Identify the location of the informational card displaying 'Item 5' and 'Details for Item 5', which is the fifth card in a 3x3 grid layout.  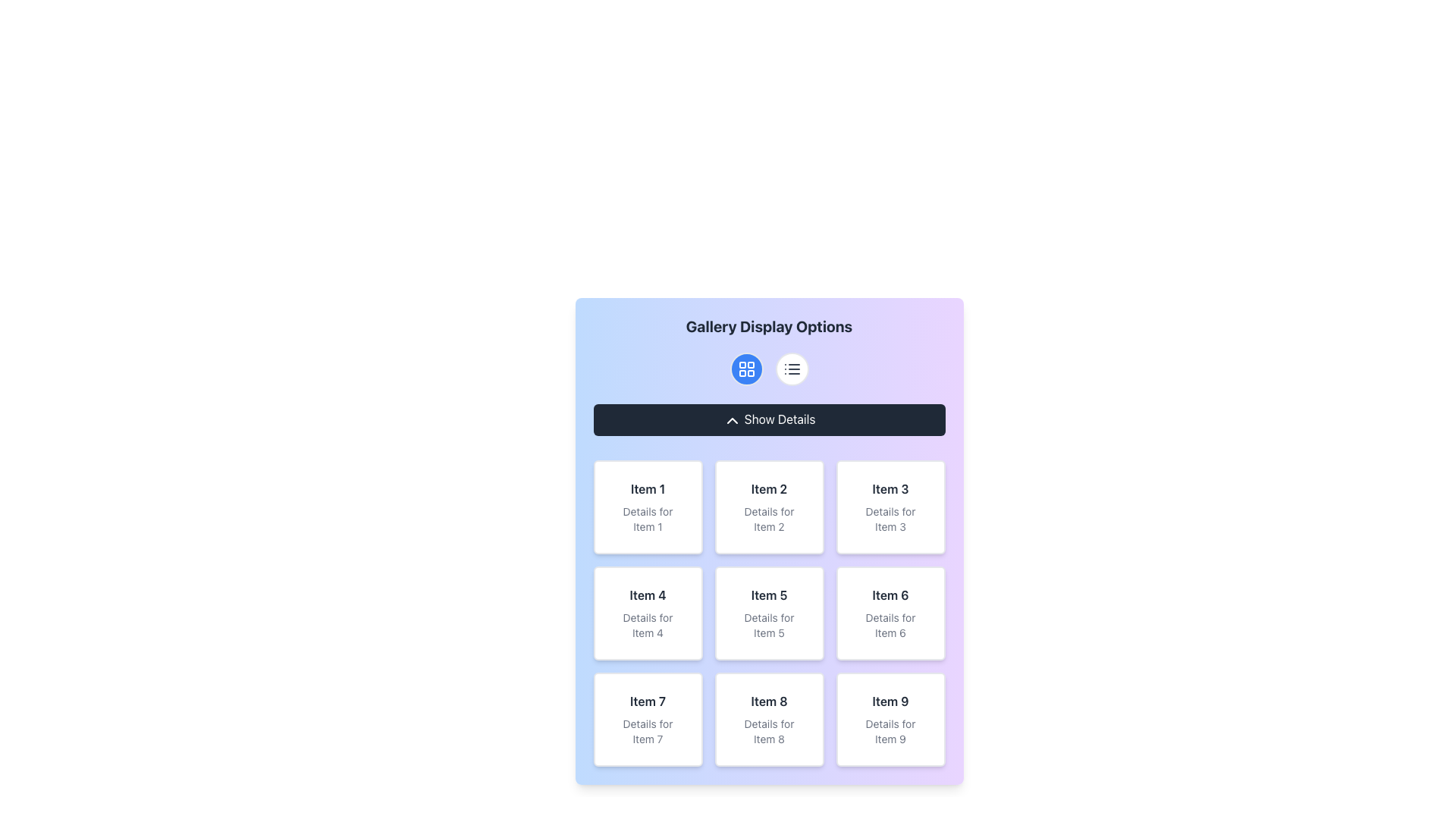
(769, 612).